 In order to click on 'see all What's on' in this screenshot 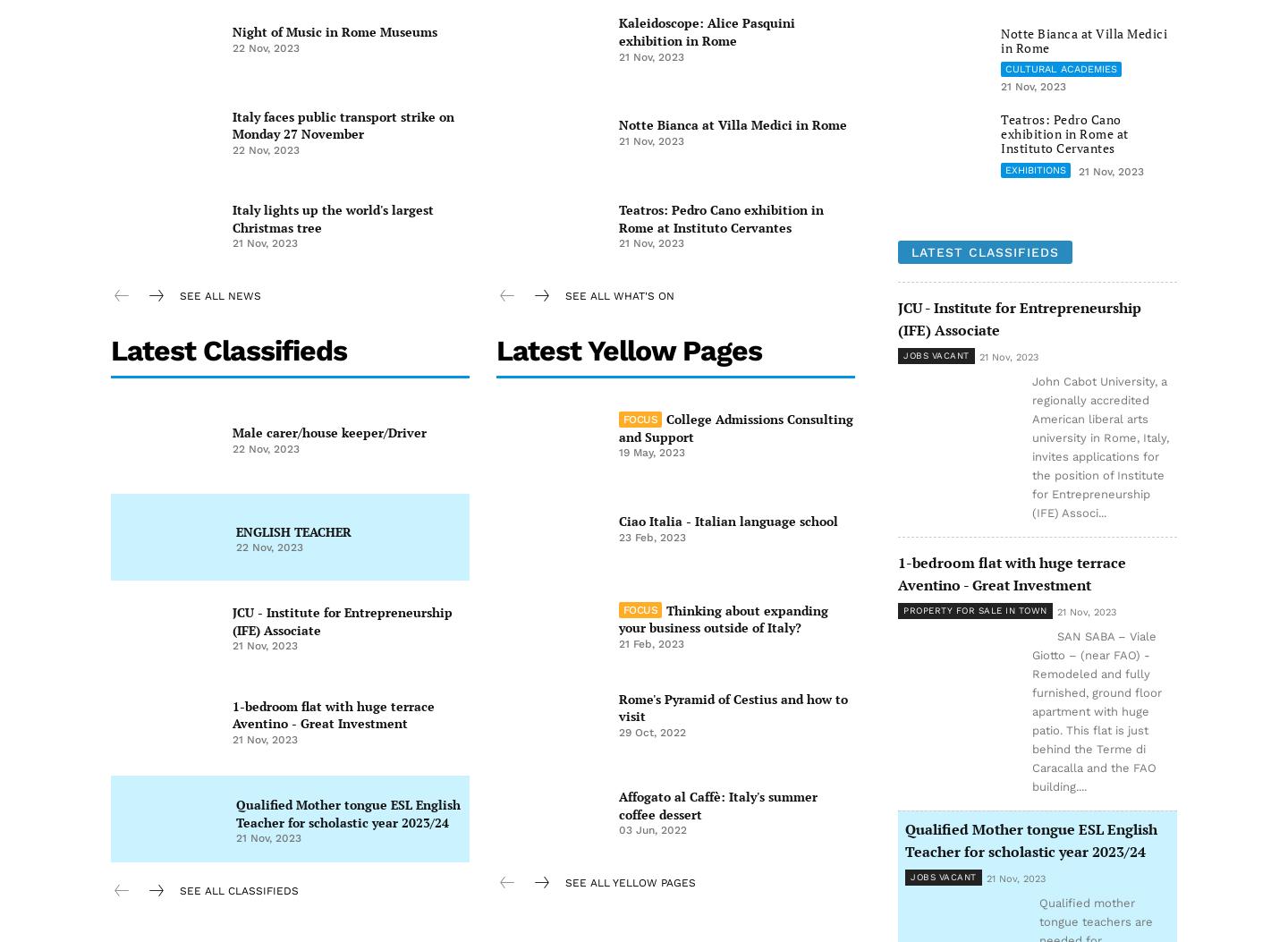, I will do `click(620, 295)`.